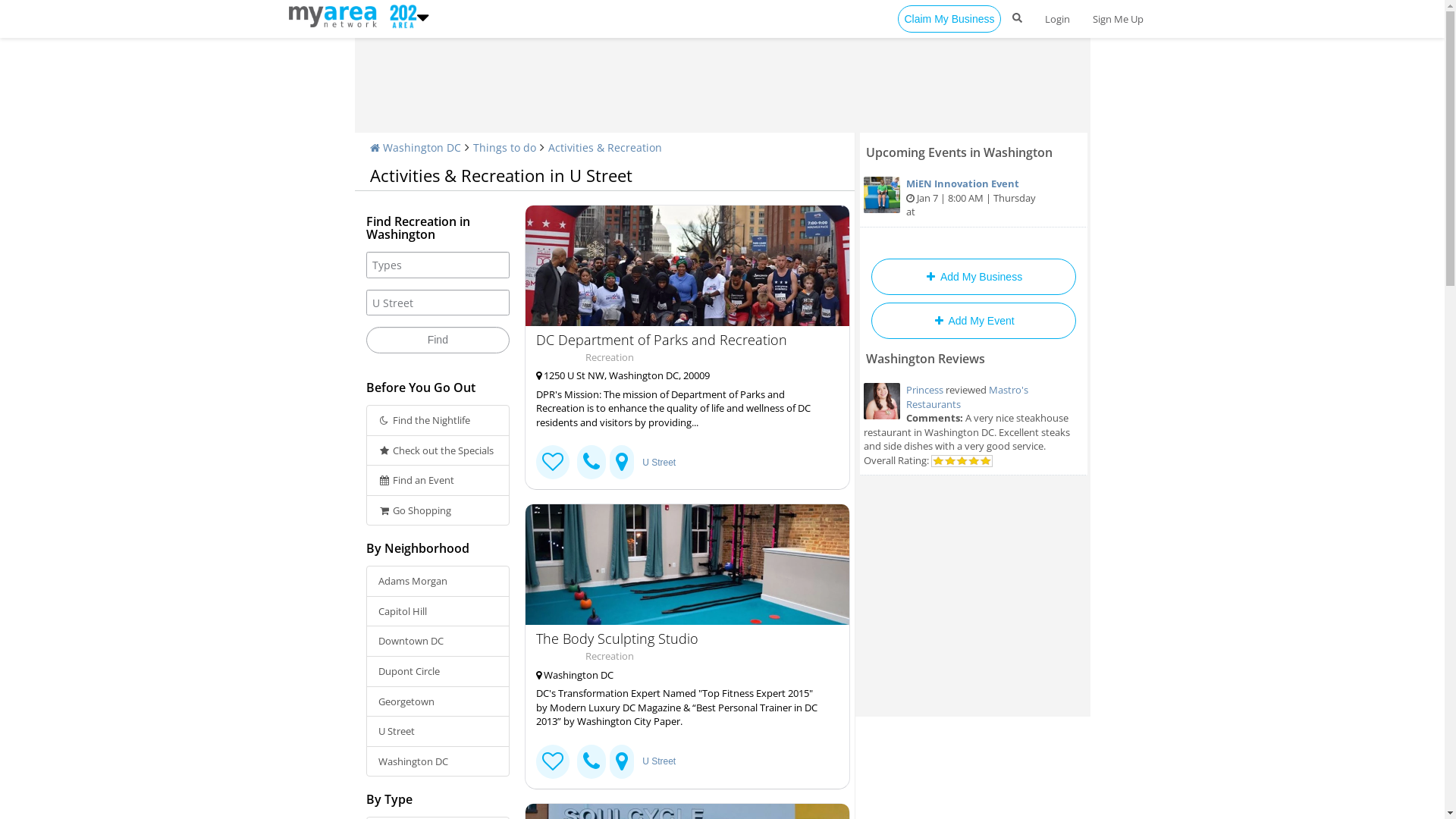  I want to click on 'Capitol Hill', so click(436, 610).